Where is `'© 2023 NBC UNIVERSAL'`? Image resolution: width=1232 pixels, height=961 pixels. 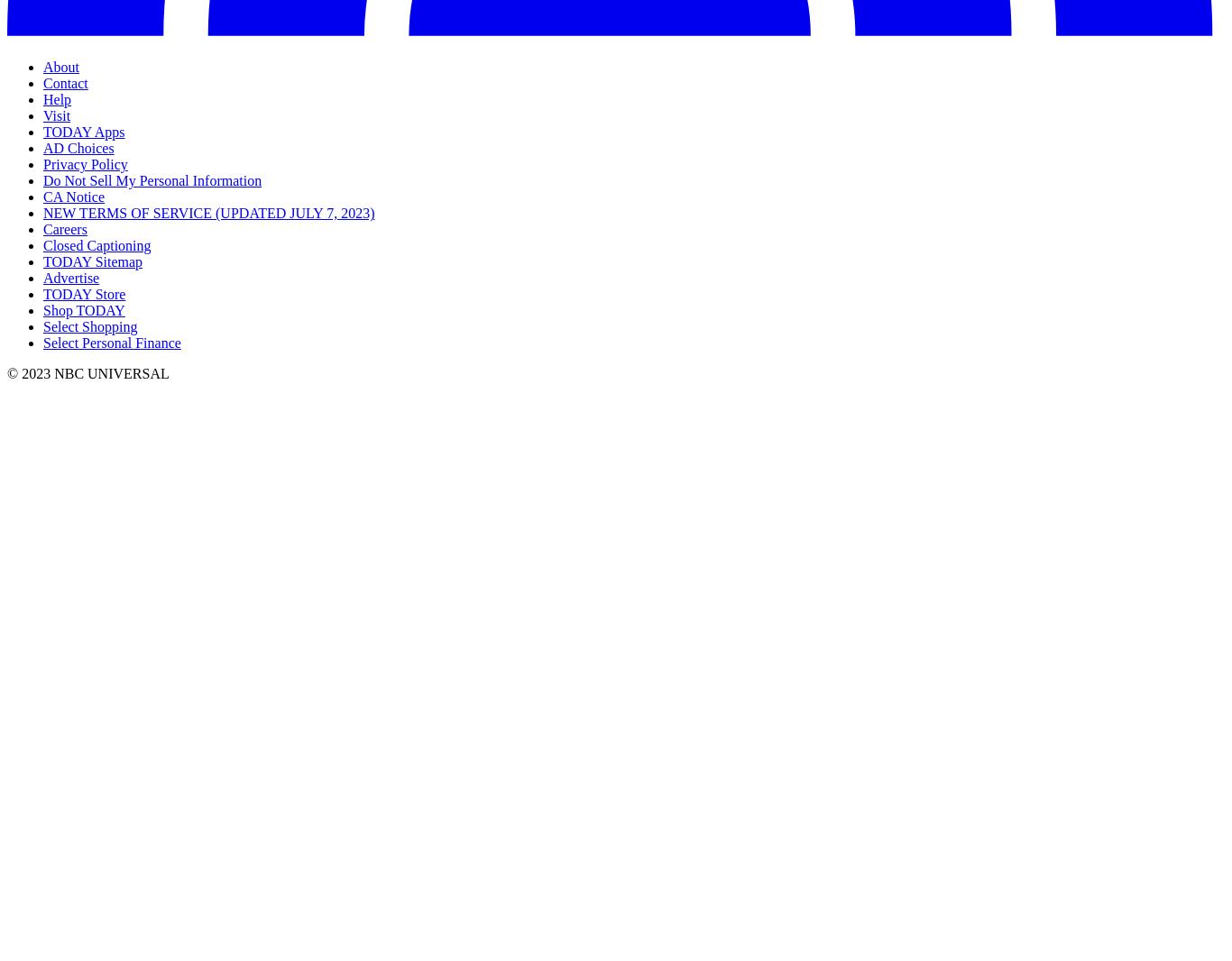 '© 2023 NBC UNIVERSAL' is located at coordinates (87, 373).